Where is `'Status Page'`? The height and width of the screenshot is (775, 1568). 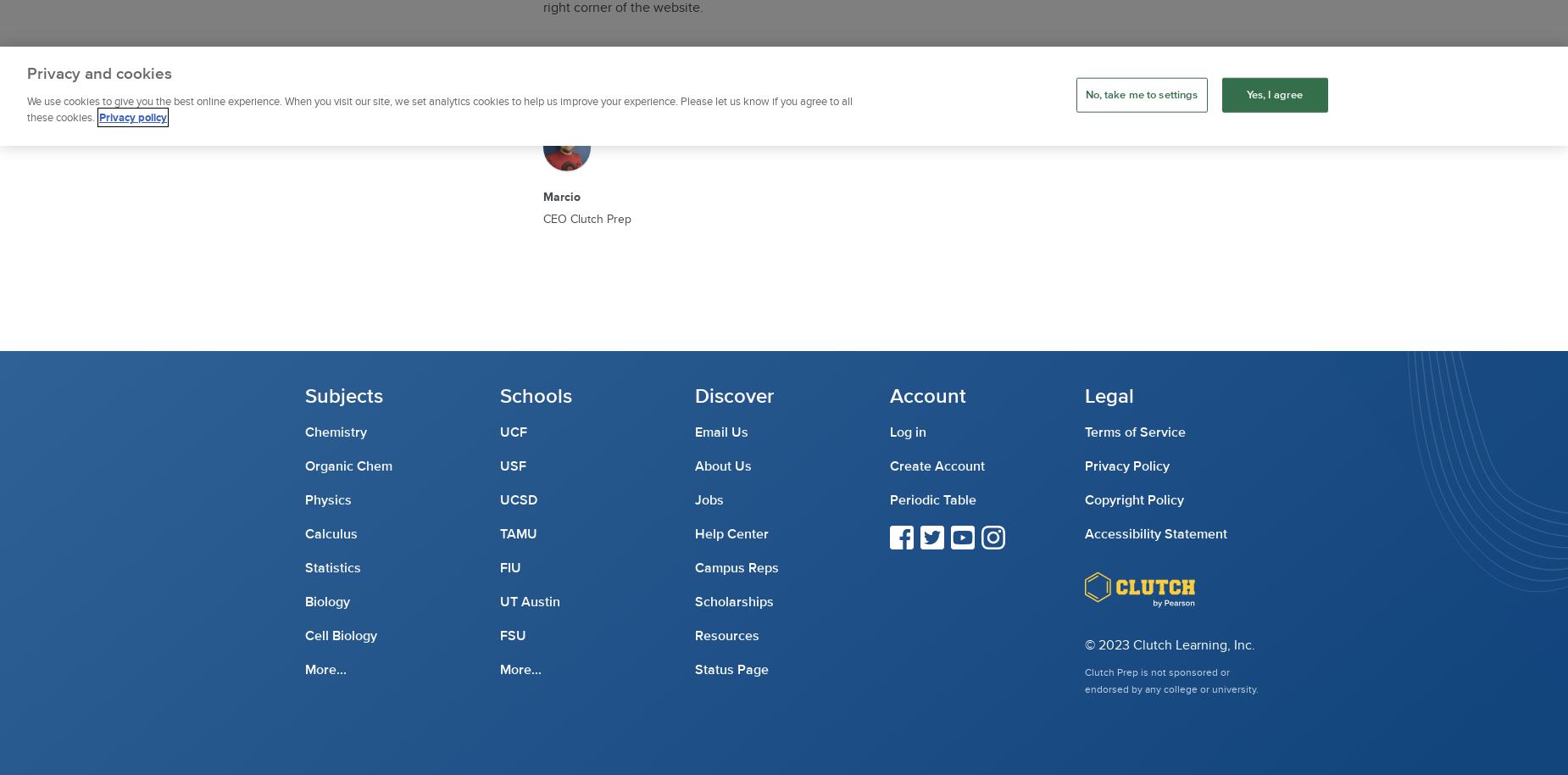 'Status Page' is located at coordinates (731, 668).